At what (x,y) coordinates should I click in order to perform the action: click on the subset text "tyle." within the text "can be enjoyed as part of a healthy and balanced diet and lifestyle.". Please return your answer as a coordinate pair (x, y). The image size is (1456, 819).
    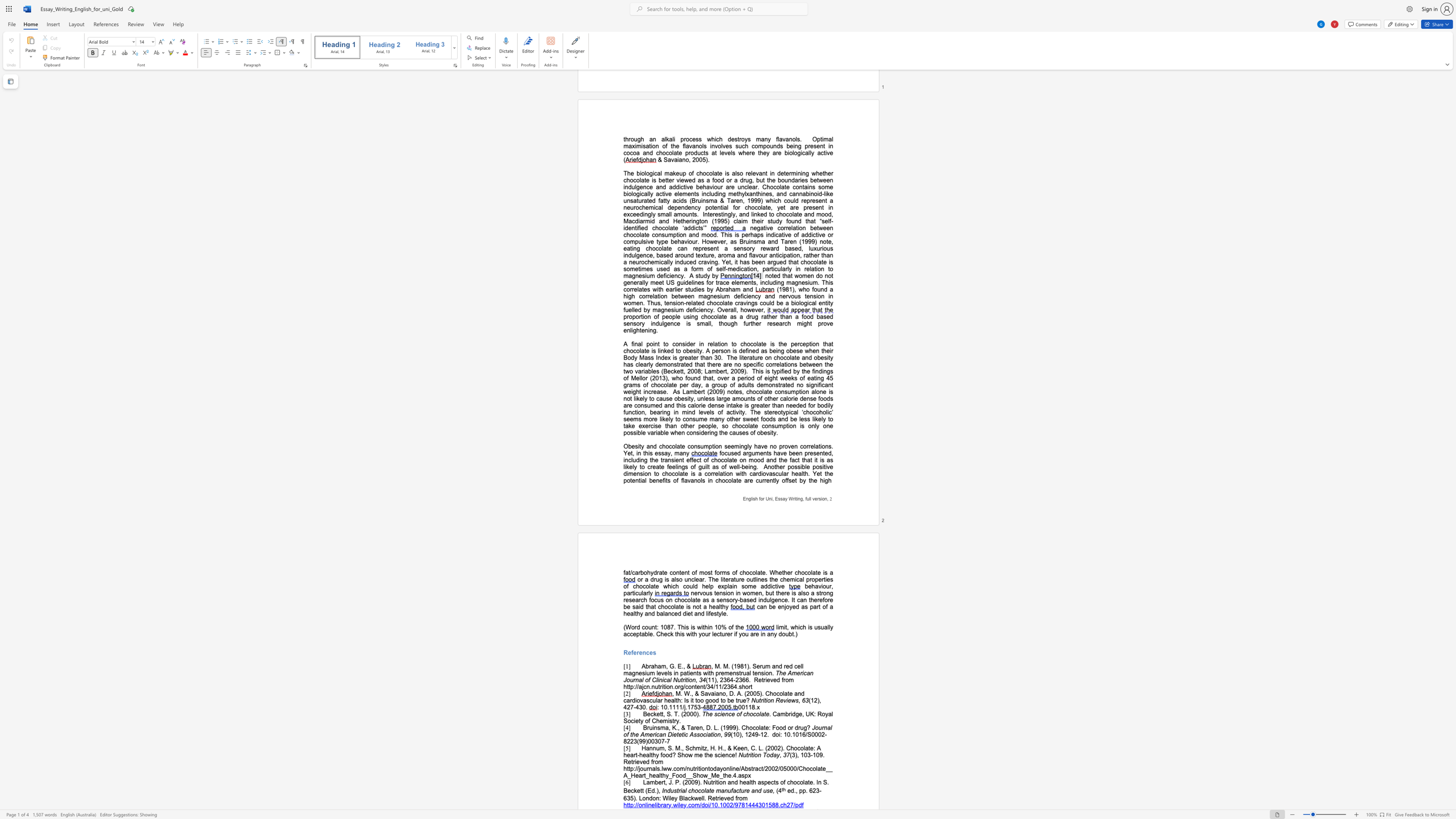
    Looking at the image, I should click on (716, 613).